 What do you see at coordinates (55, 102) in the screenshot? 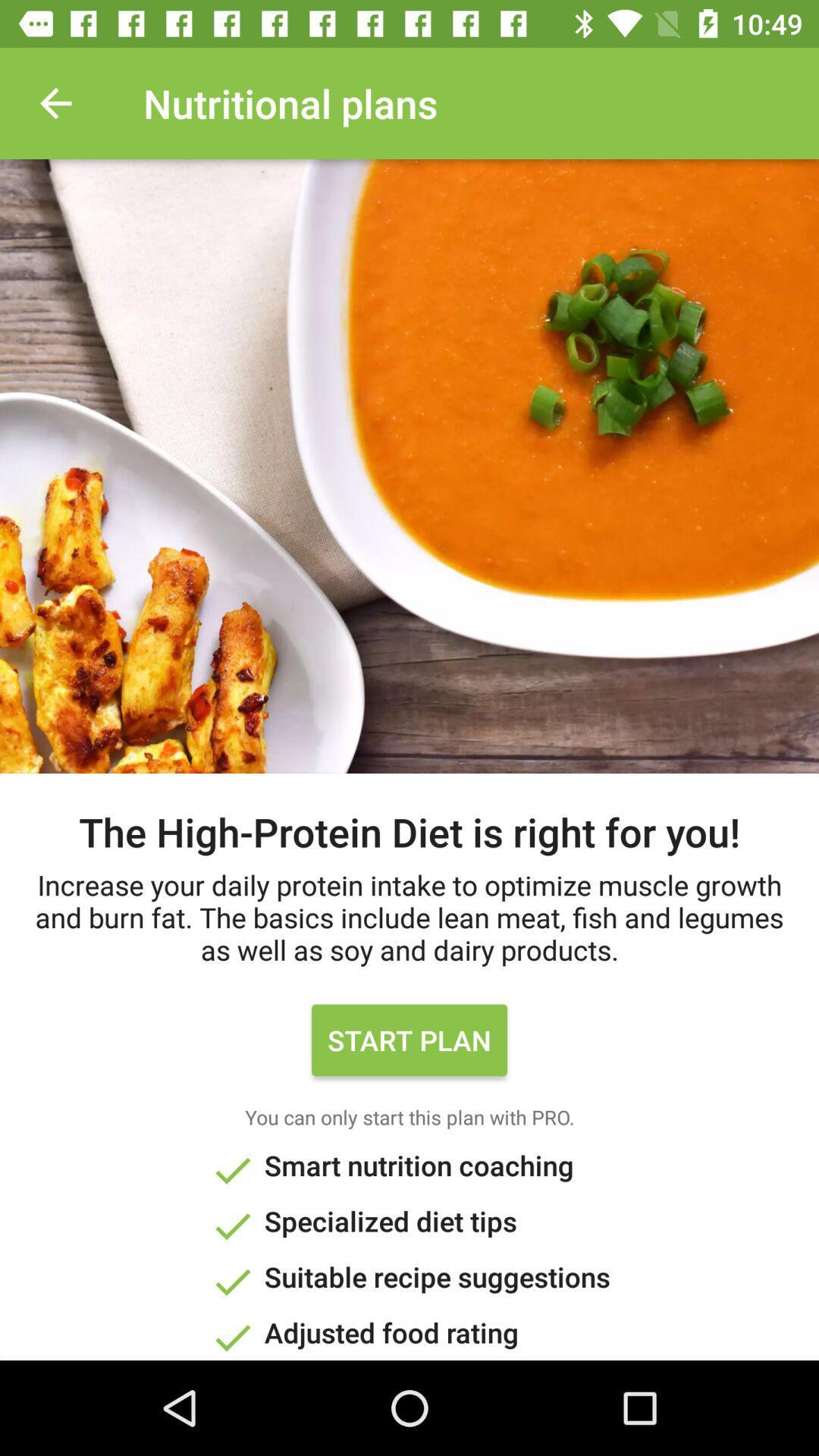
I see `icon to the left of nutritional plans item` at bounding box center [55, 102].